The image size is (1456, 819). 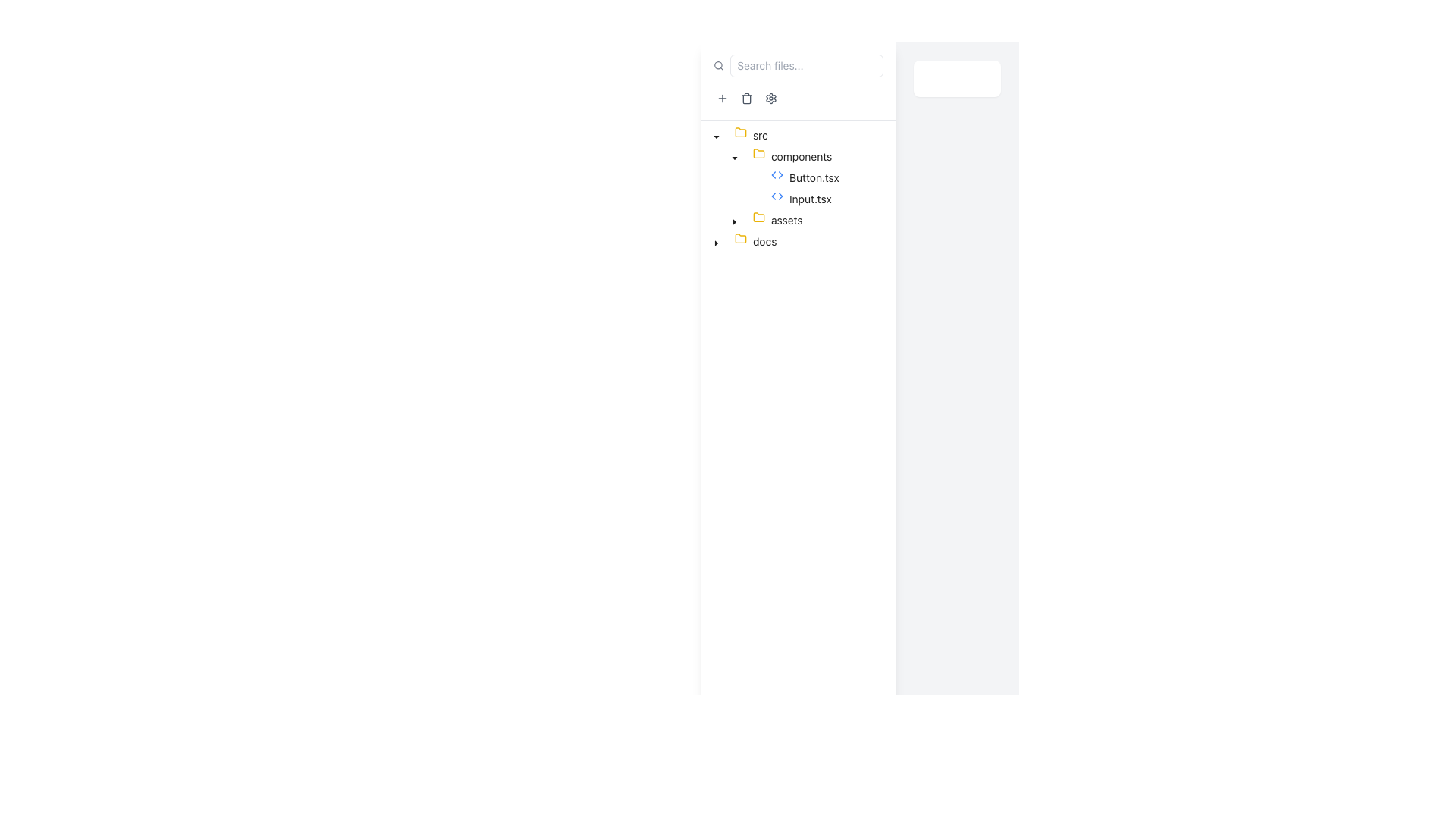 What do you see at coordinates (753, 198) in the screenshot?
I see `the Tree switcher or toggle indicator located next to the 'Input.tsx' text in the hierarchical navigation tree` at bounding box center [753, 198].